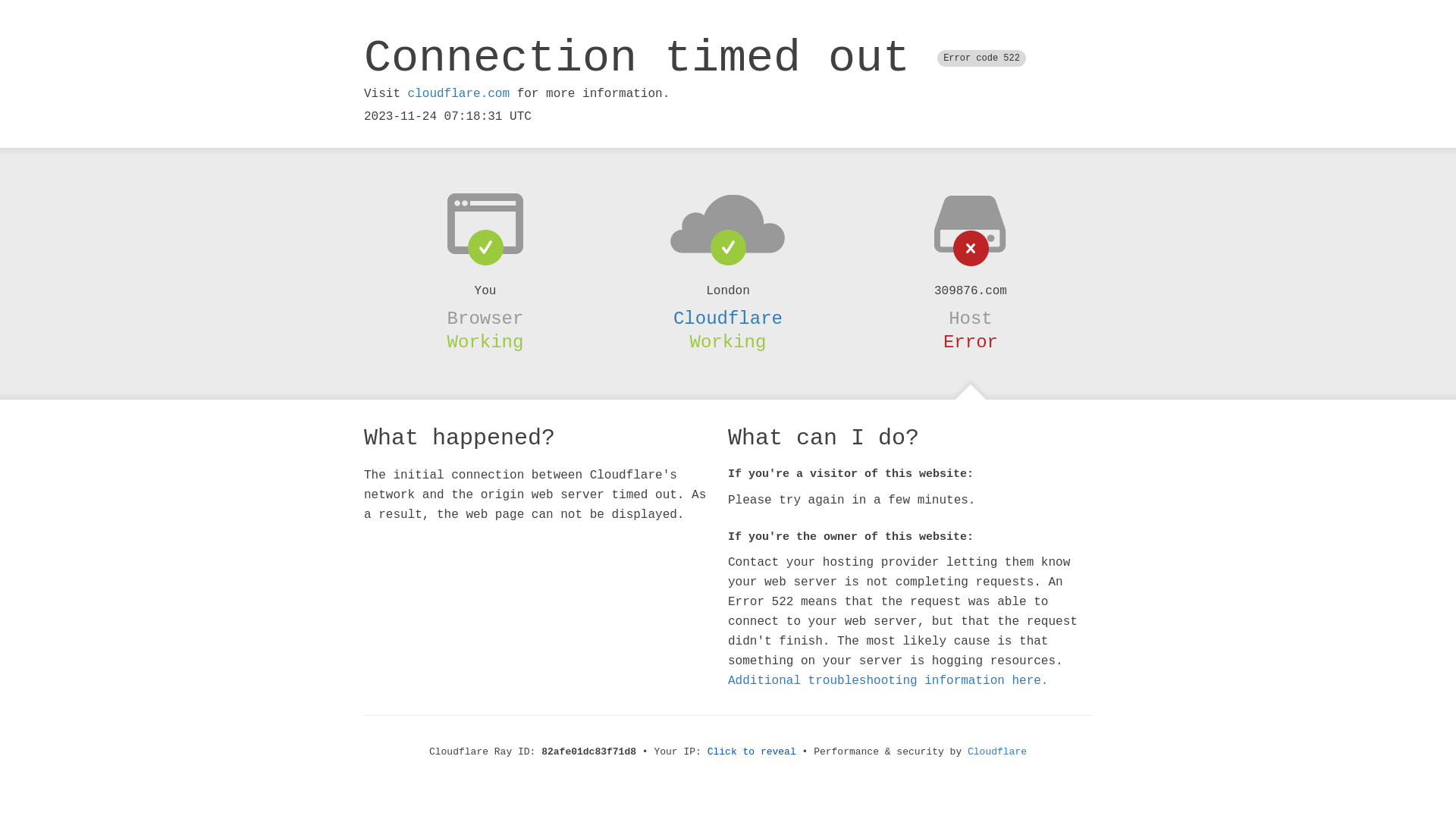 The image size is (1456, 819). What do you see at coordinates (407, 93) in the screenshot?
I see `'cloudflare.com'` at bounding box center [407, 93].